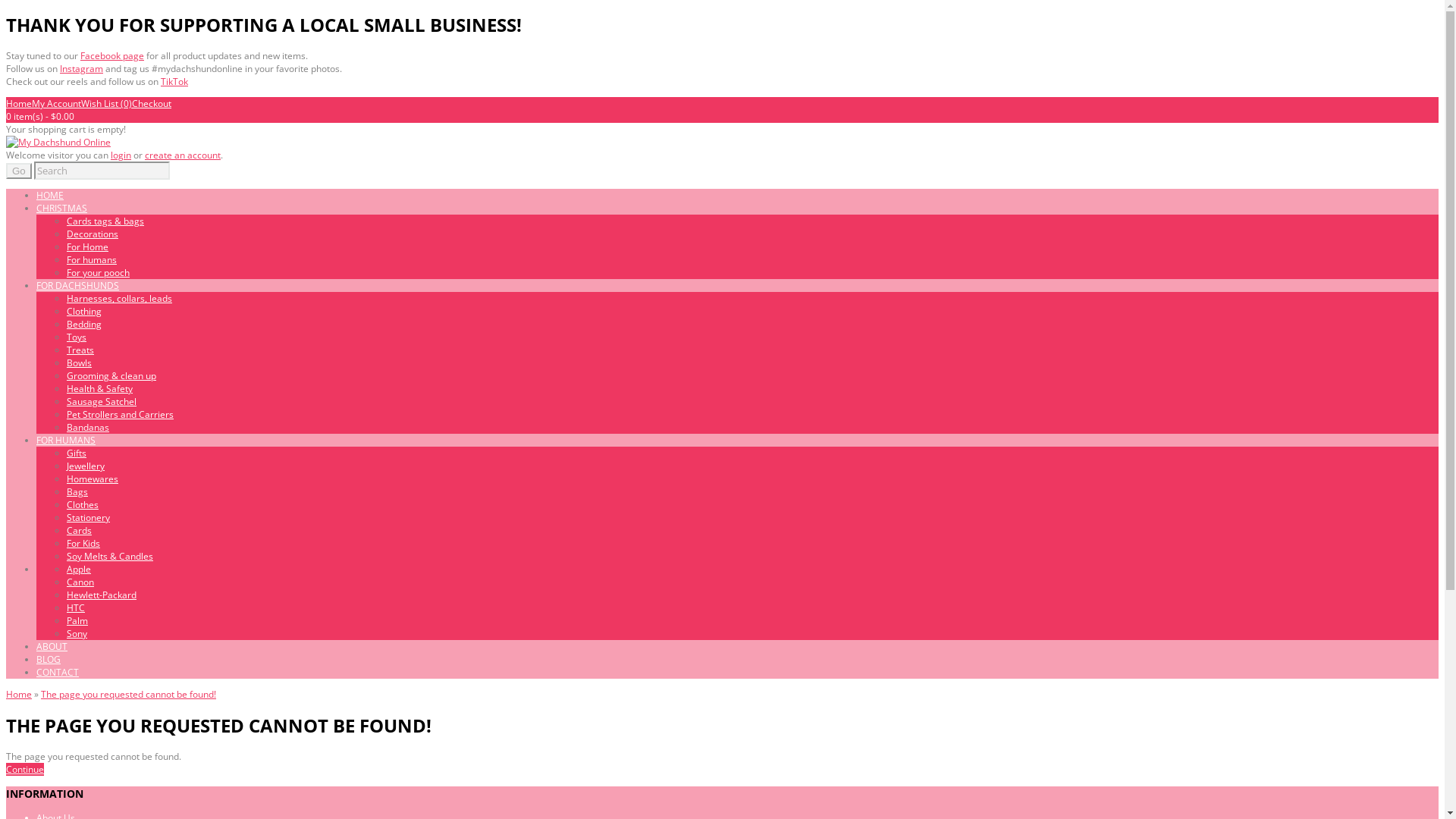 The height and width of the screenshot is (819, 1456). I want to click on 'Bags', so click(76, 491).